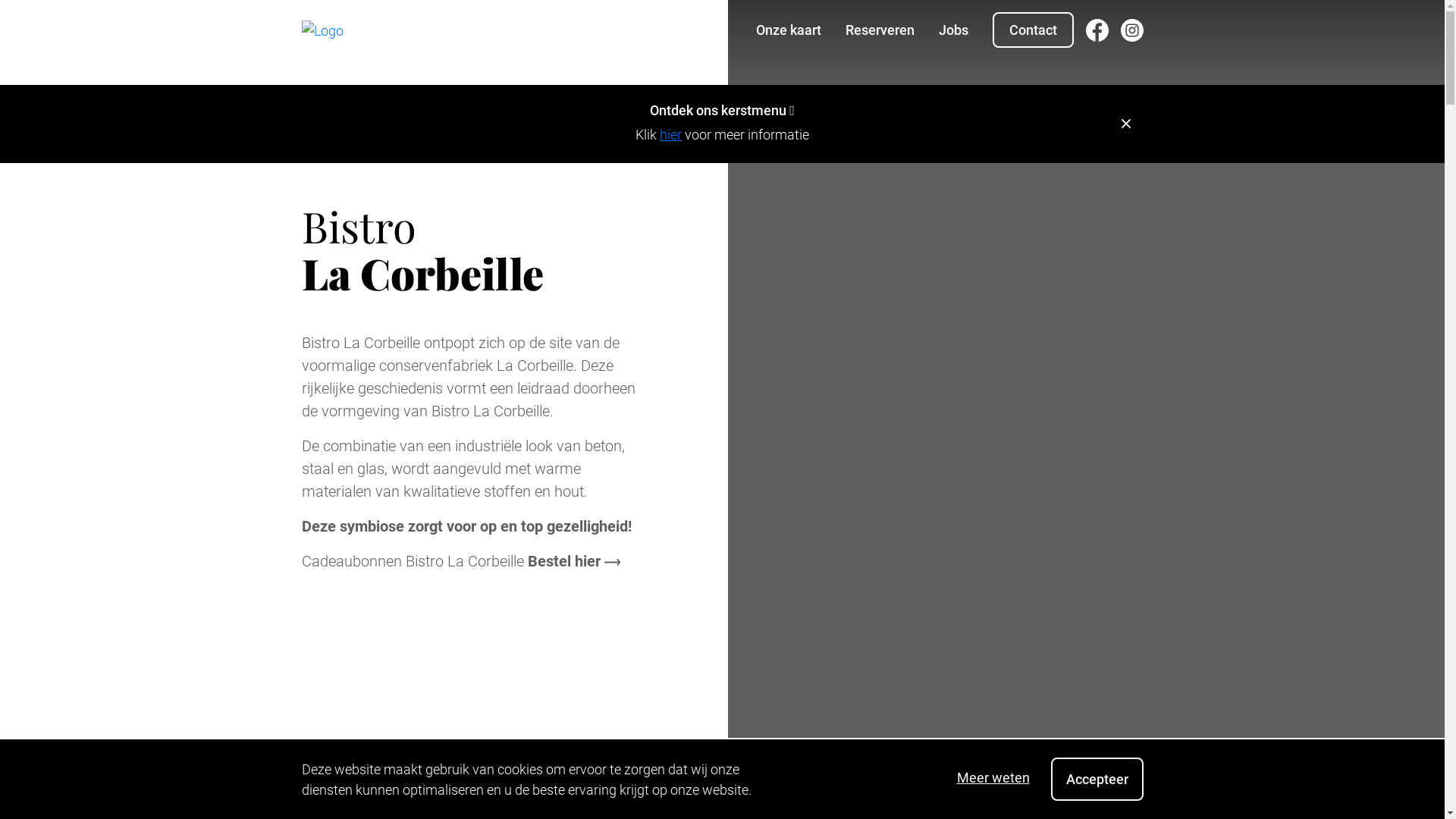 This screenshot has height=819, width=1456. Describe the element at coordinates (528, 561) in the screenshot. I see `'Bestel hier'` at that location.